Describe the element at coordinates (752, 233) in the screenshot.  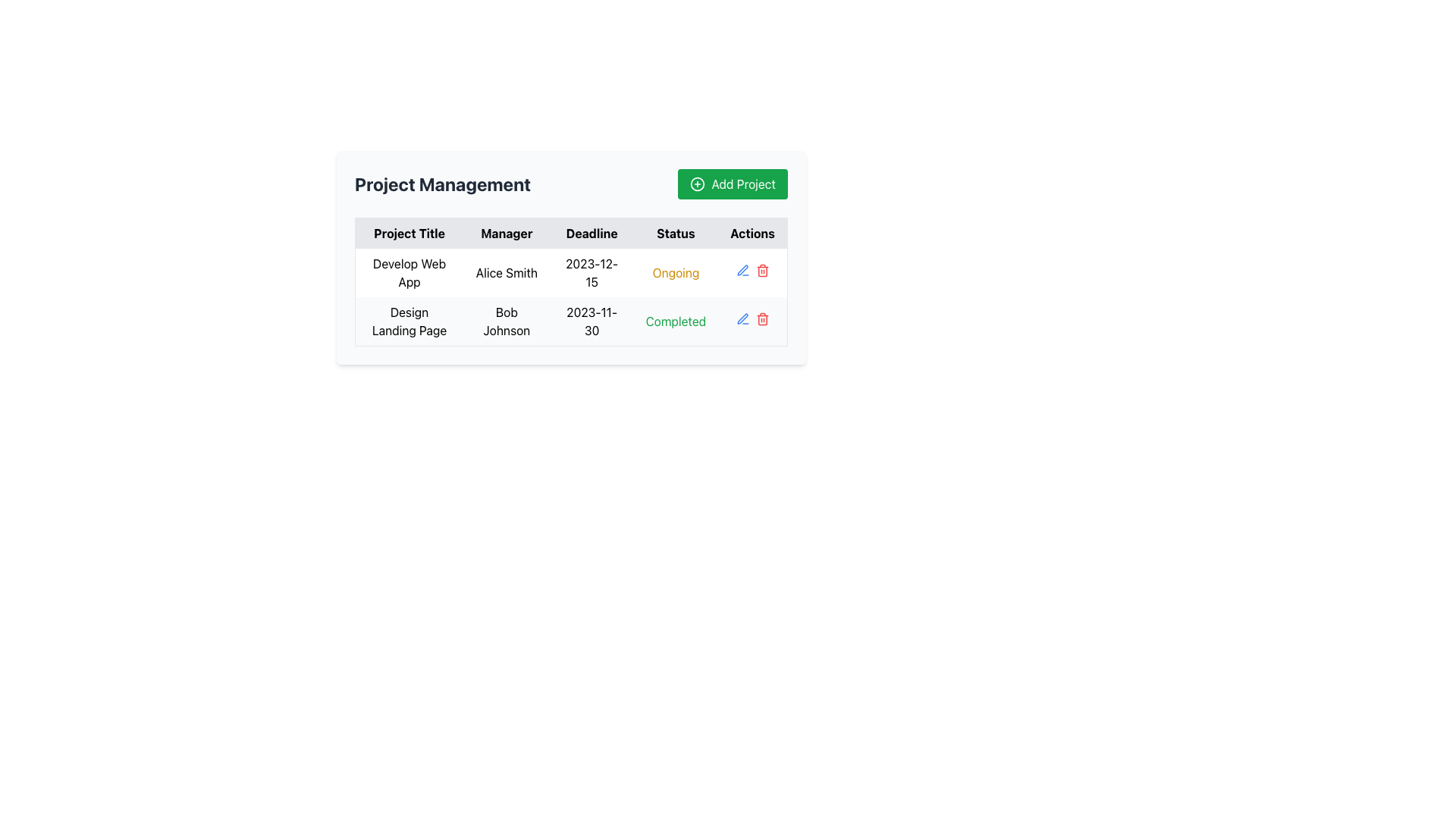
I see `the text label styled as a table header displaying the word 'Actions', which is positioned as the fifth column header in a table` at that location.